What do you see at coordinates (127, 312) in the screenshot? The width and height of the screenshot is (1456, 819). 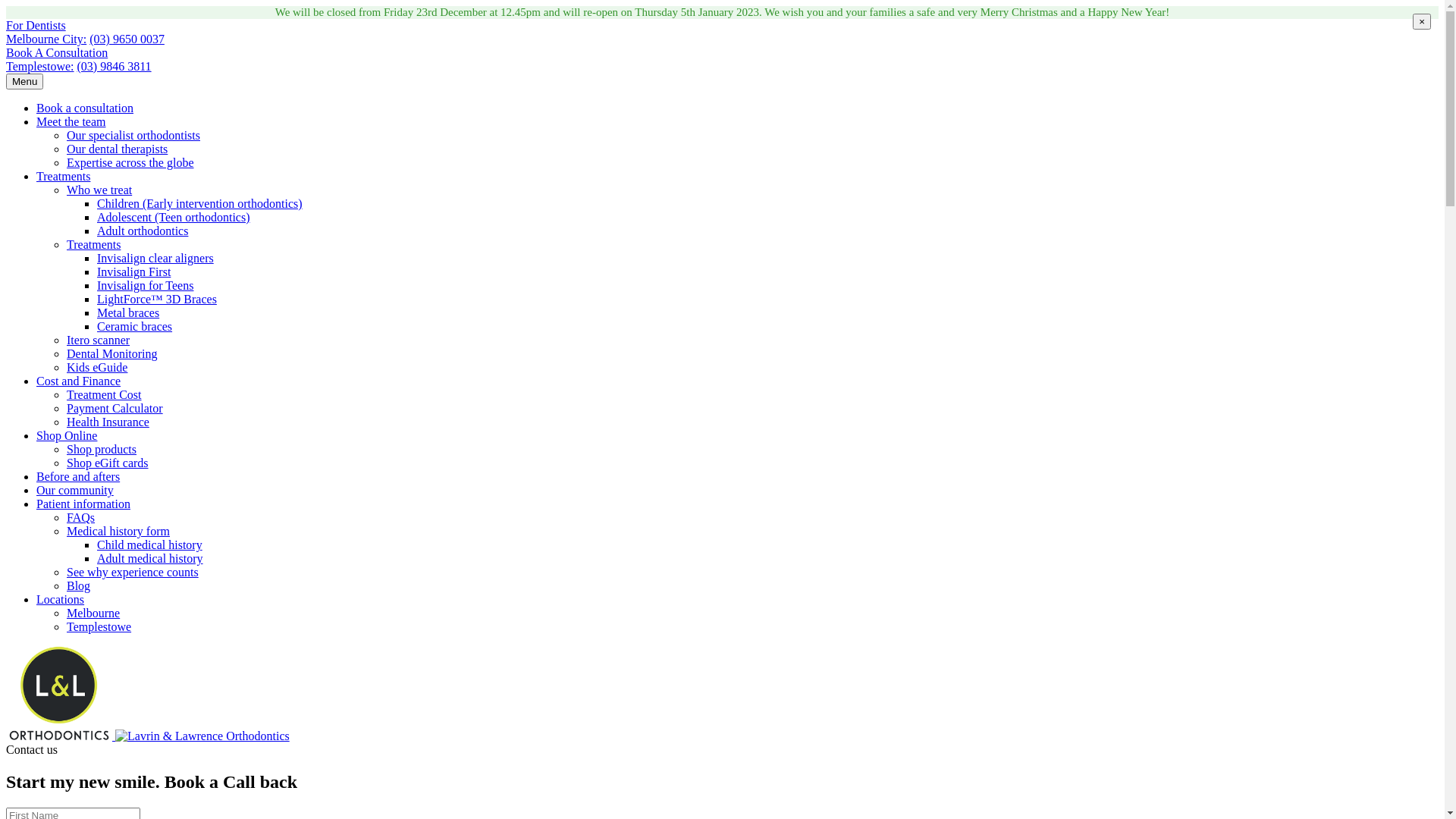 I see `'Metal braces'` at bounding box center [127, 312].